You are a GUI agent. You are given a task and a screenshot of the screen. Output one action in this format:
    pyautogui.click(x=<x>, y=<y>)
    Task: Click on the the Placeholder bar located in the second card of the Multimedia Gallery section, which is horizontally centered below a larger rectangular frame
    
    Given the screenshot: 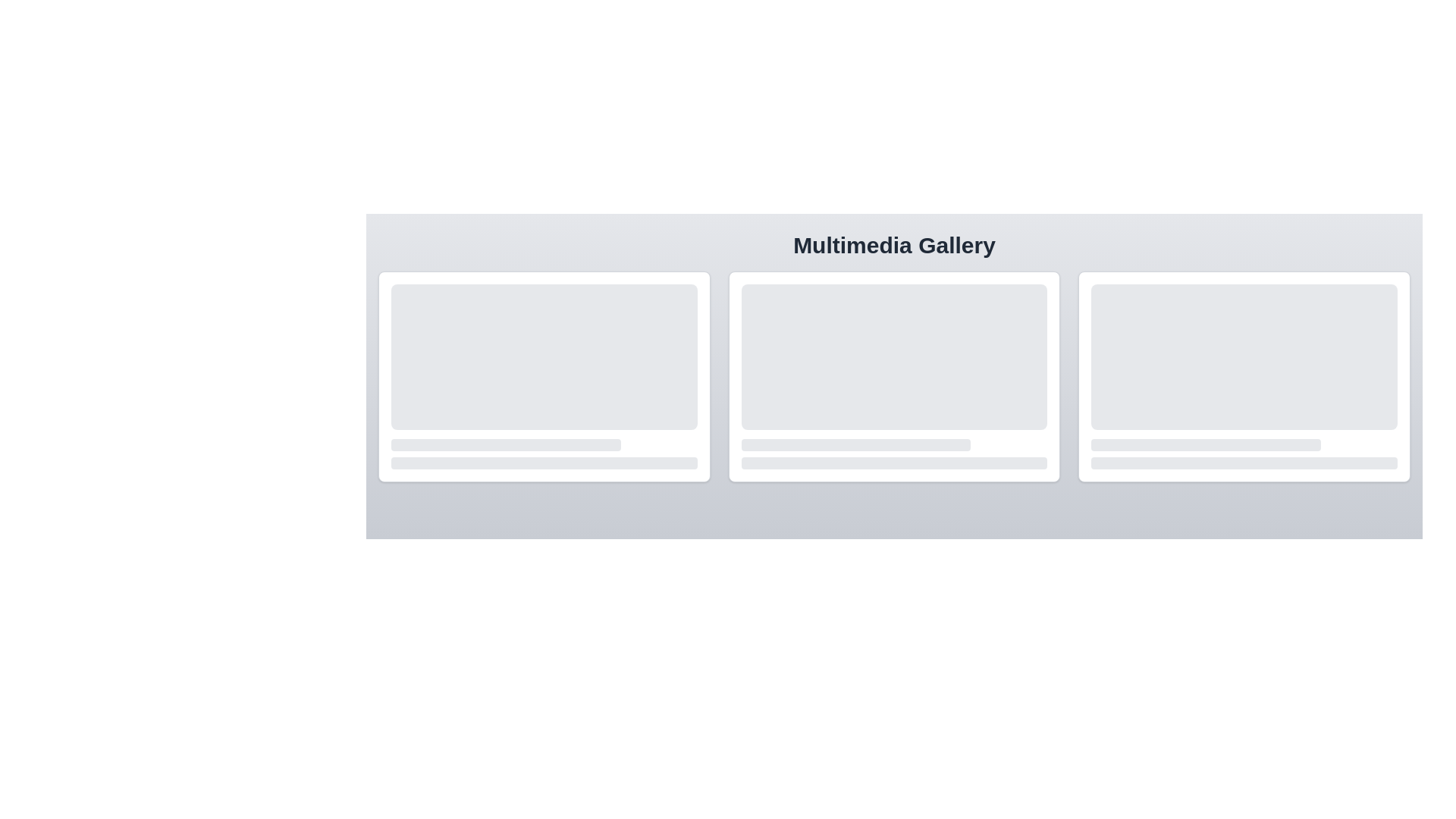 What is the action you would take?
    pyautogui.click(x=855, y=444)
    